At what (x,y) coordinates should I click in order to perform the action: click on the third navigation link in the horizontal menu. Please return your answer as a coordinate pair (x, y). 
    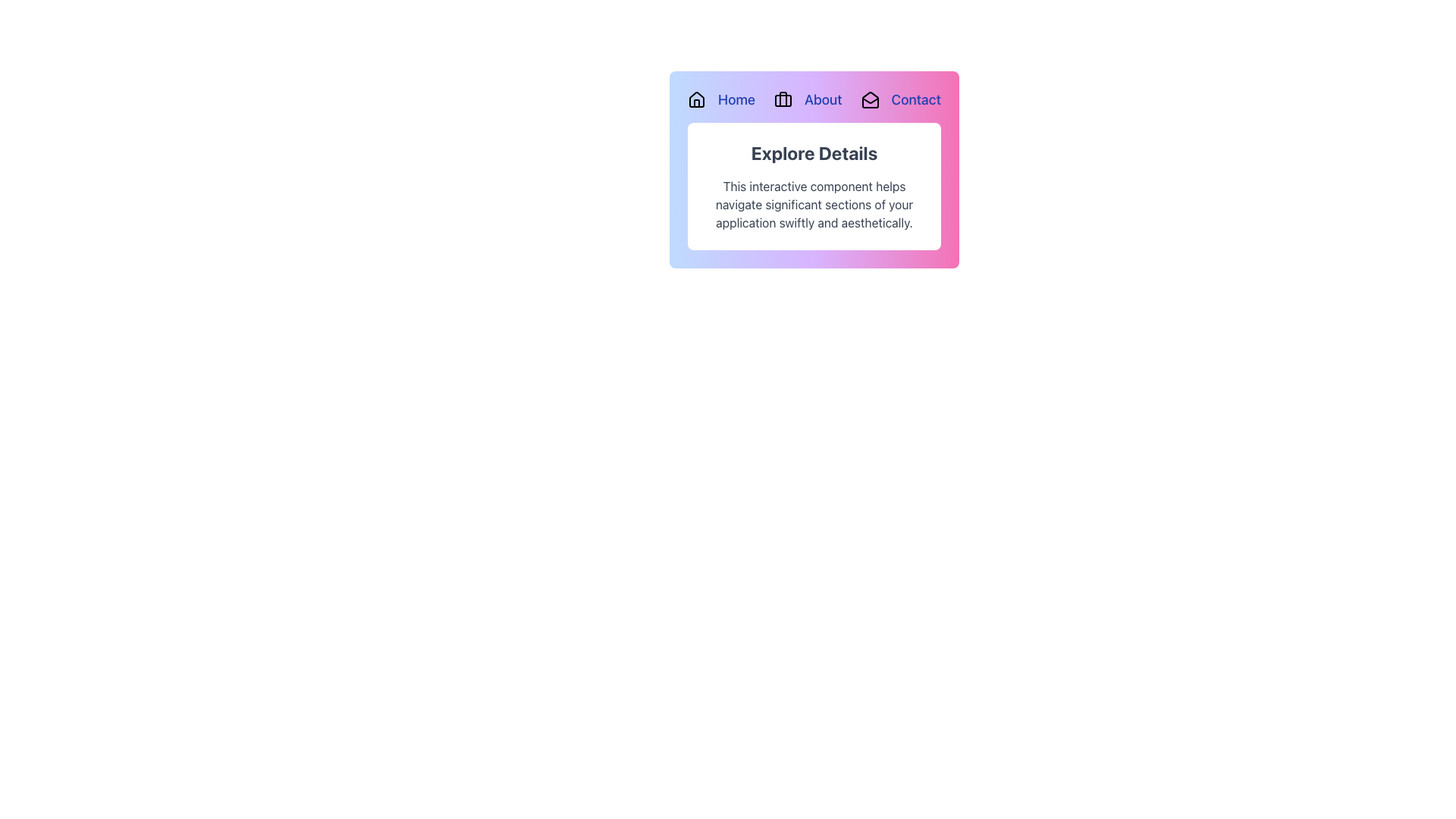
    Looking at the image, I should click on (901, 99).